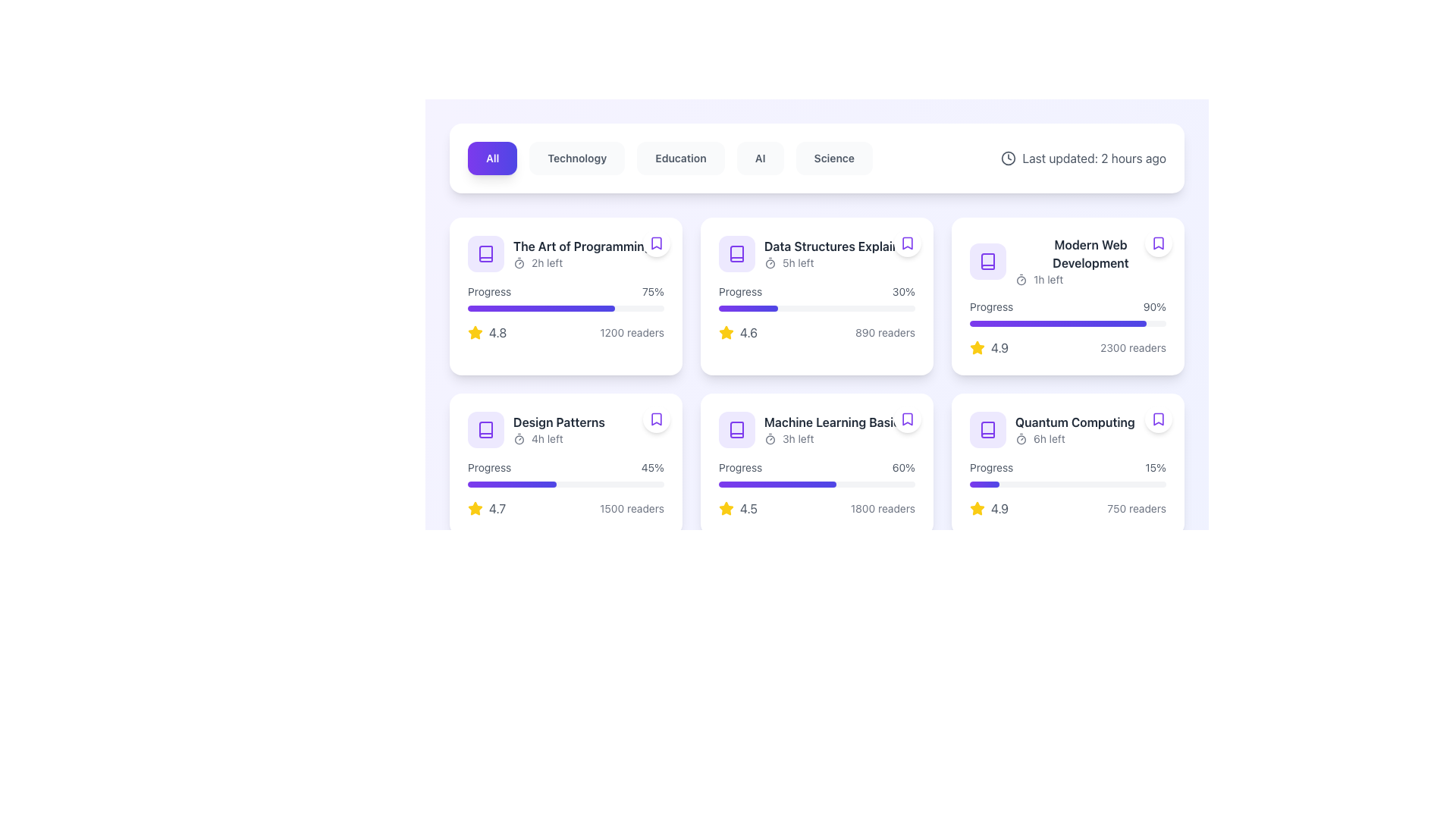 The width and height of the screenshot is (1456, 819). What do you see at coordinates (1021, 438) in the screenshot?
I see `the Timer icon located at the bottom right of the 'Quantum Computing' item card, which is positioned to the left of the text '6h left'` at bounding box center [1021, 438].